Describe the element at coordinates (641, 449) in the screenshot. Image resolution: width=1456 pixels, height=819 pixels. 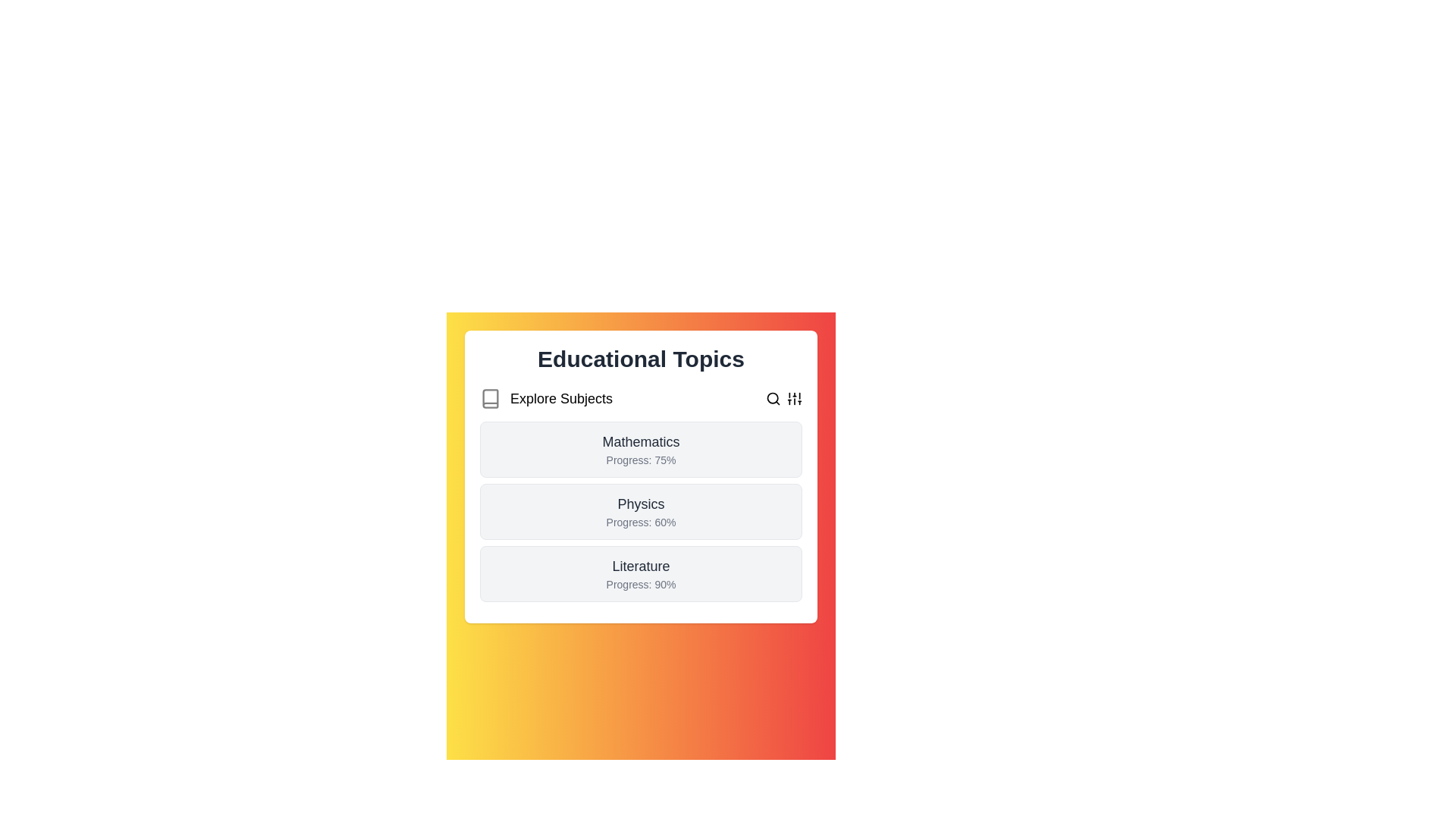
I see `the list item corresponding to Mathematics` at that location.